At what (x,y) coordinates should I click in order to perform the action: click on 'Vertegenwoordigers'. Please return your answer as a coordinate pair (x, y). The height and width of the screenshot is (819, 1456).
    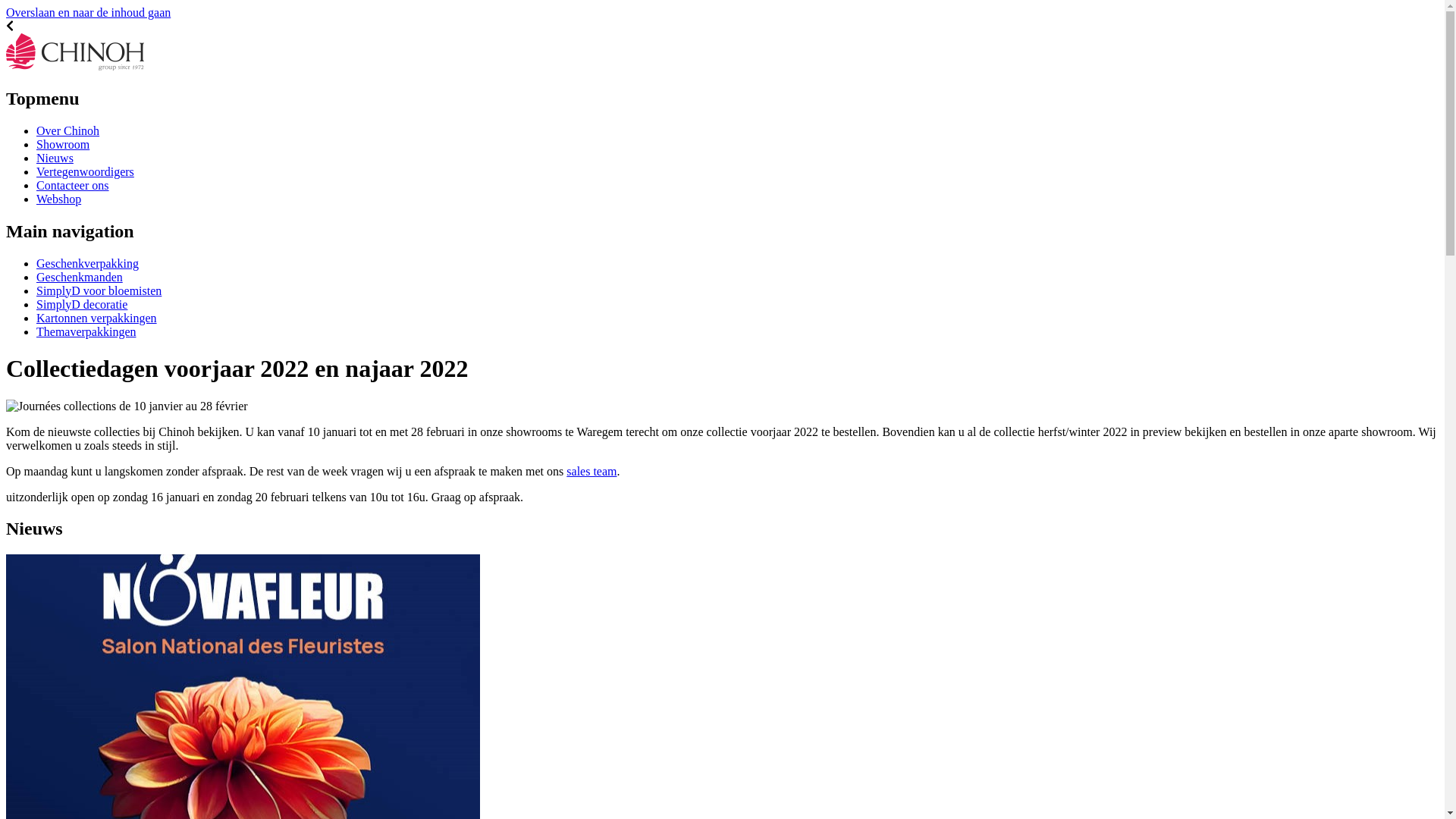
    Looking at the image, I should click on (84, 171).